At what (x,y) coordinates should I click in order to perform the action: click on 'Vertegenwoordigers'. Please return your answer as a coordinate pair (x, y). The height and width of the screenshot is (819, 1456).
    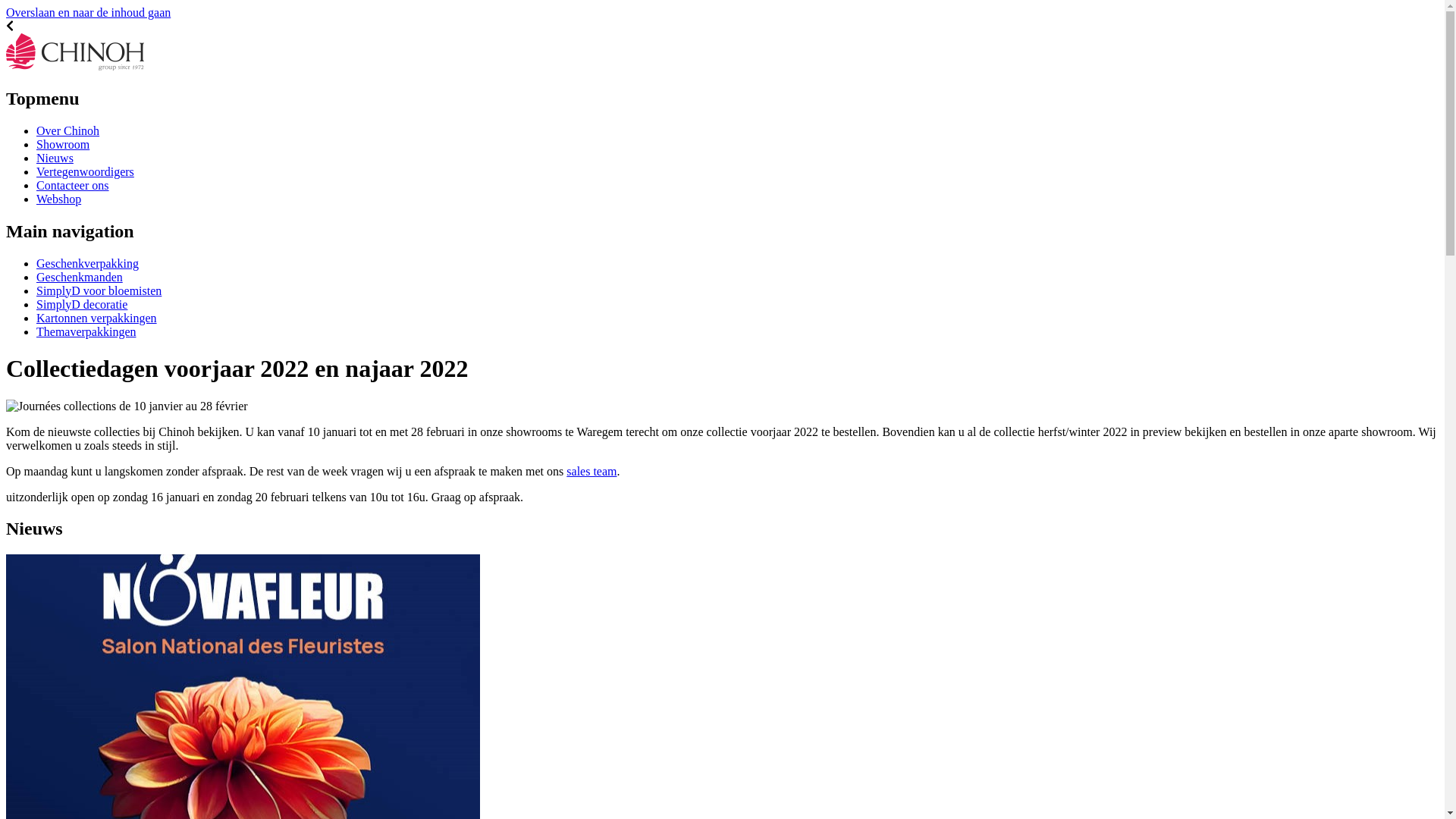
    Looking at the image, I should click on (84, 171).